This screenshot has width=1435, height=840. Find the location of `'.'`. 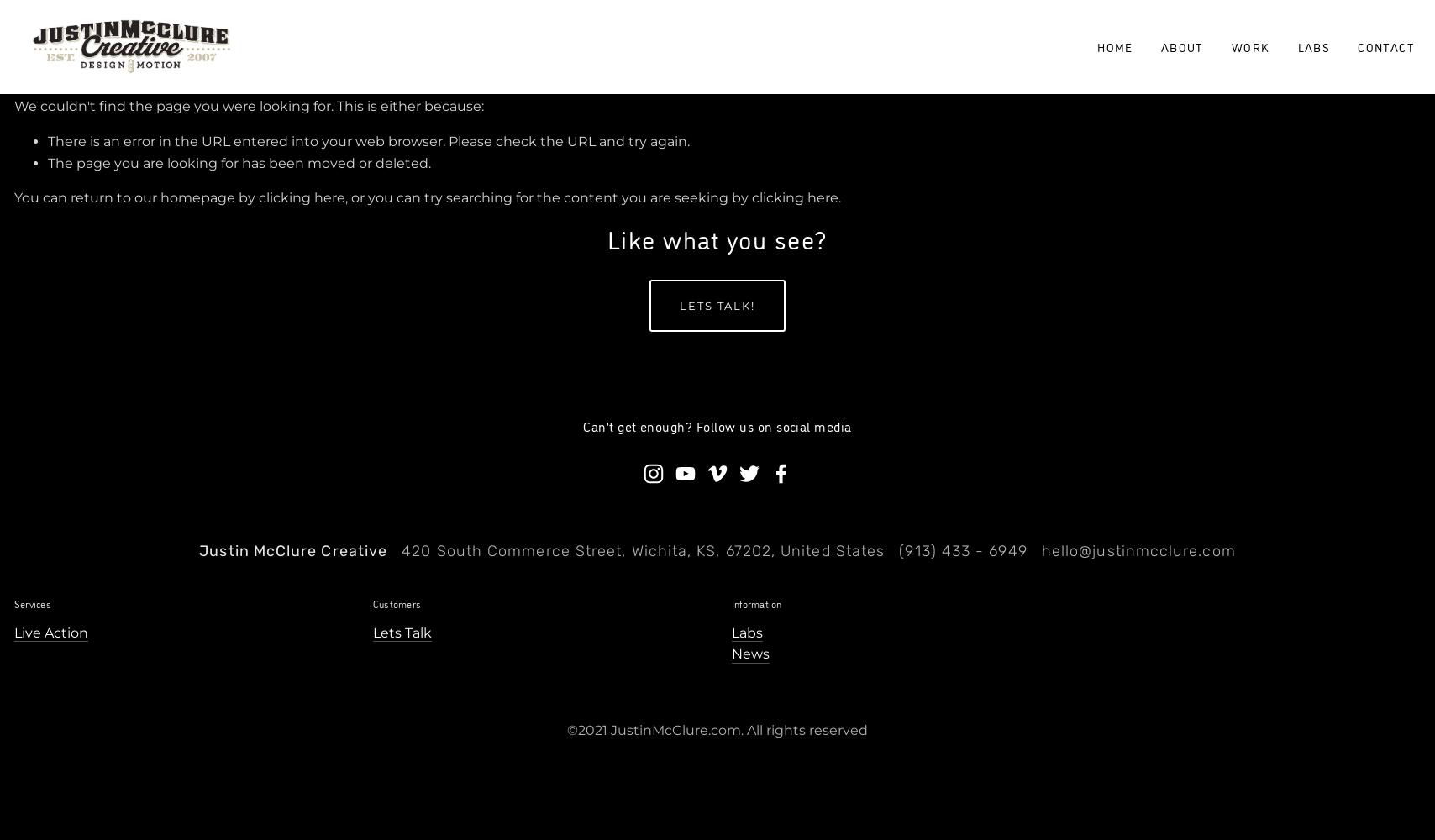

'.' is located at coordinates (838, 197).